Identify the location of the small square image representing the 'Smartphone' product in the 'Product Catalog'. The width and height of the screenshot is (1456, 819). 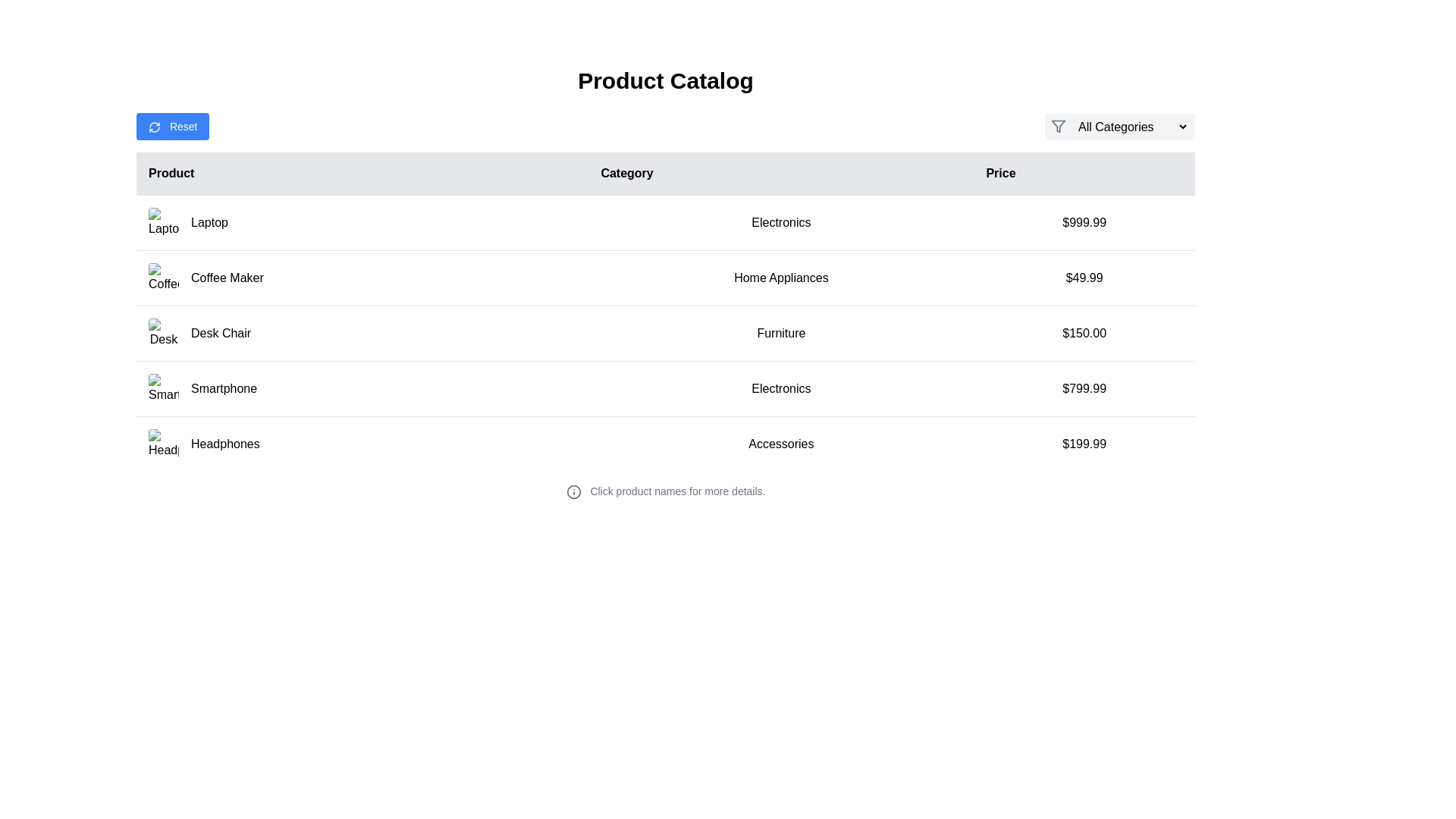
(164, 388).